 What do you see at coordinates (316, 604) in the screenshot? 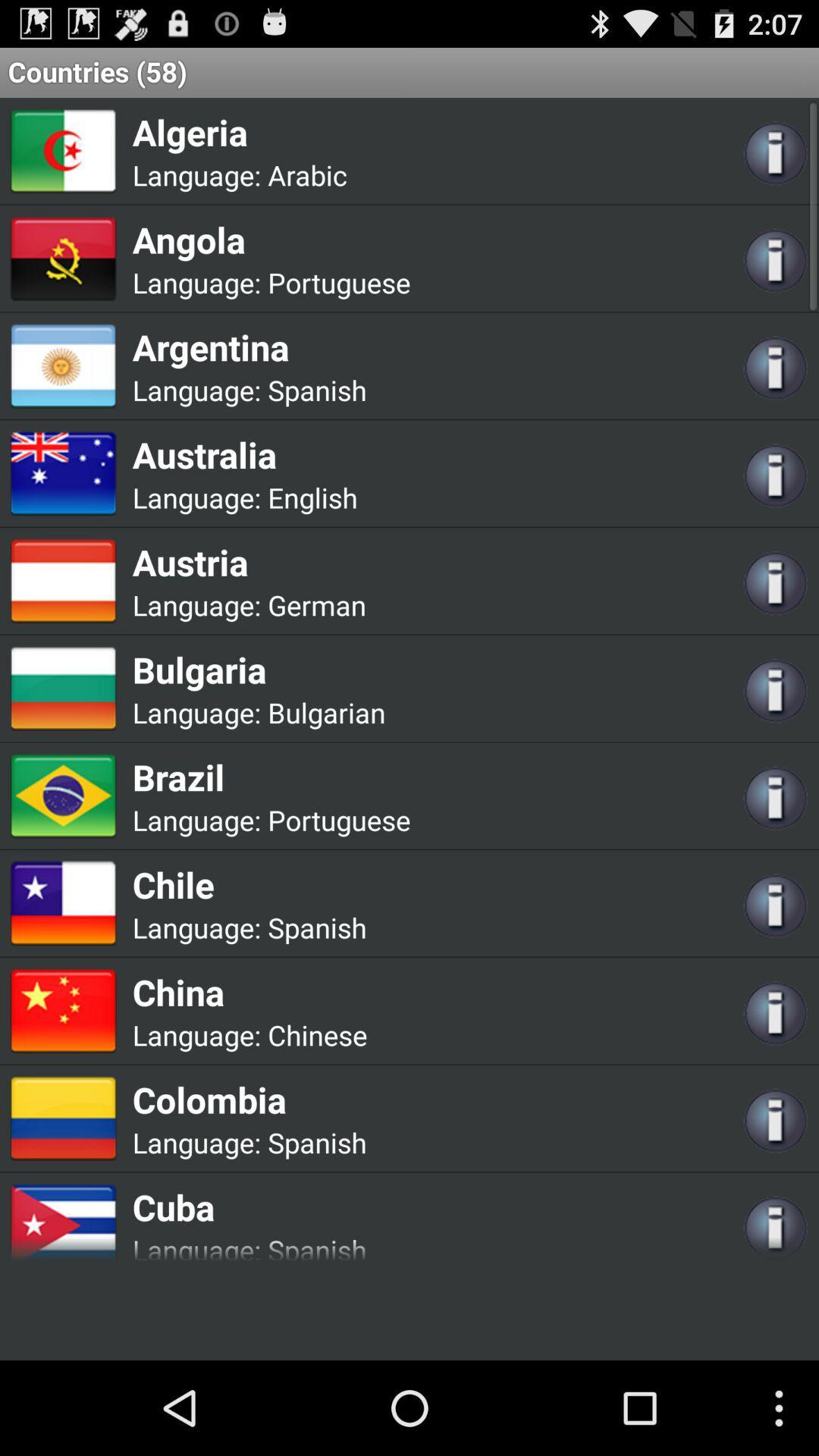
I see `the icon to the right of language:  icon` at bounding box center [316, 604].